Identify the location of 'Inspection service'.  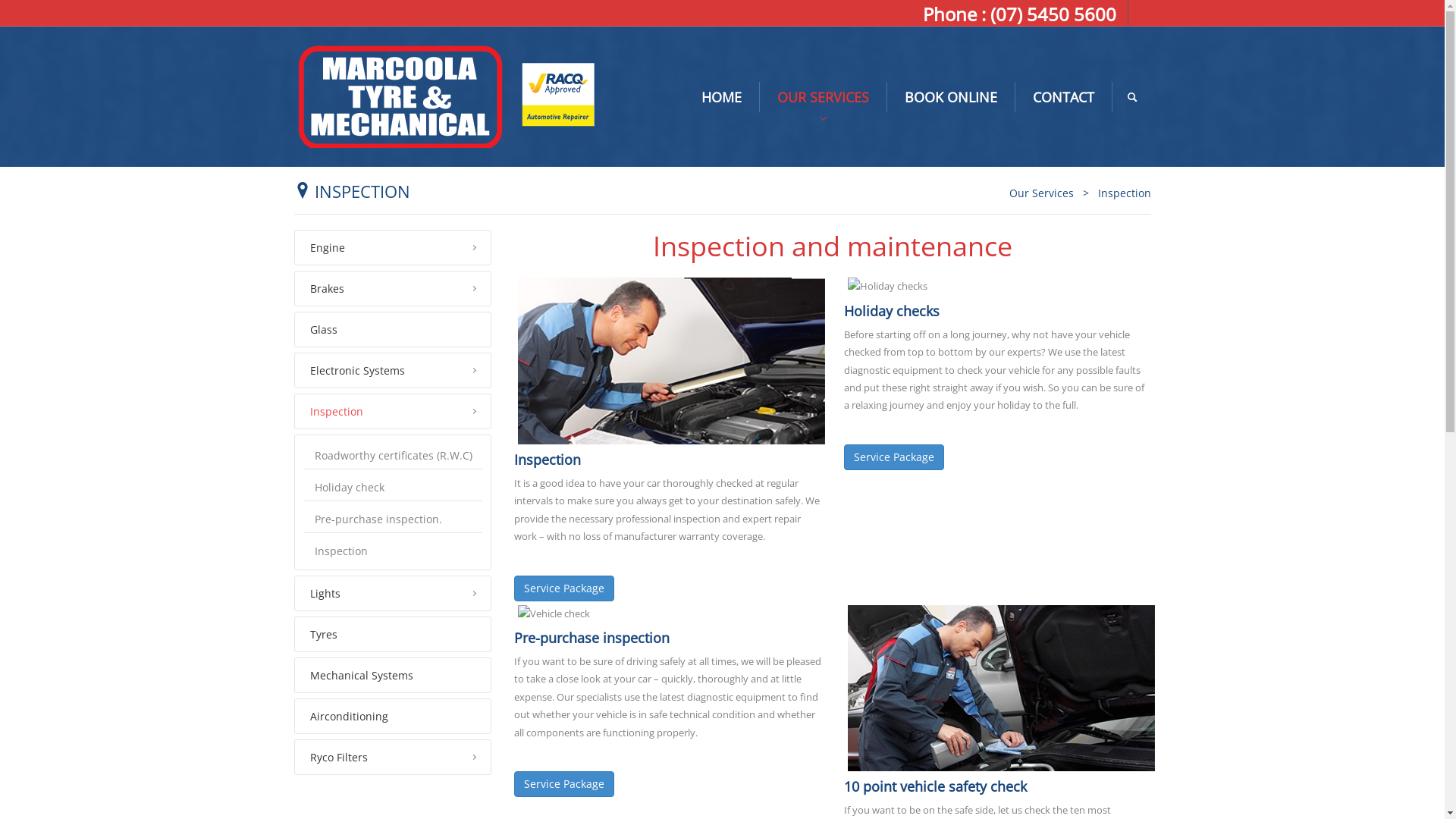
(670, 360).